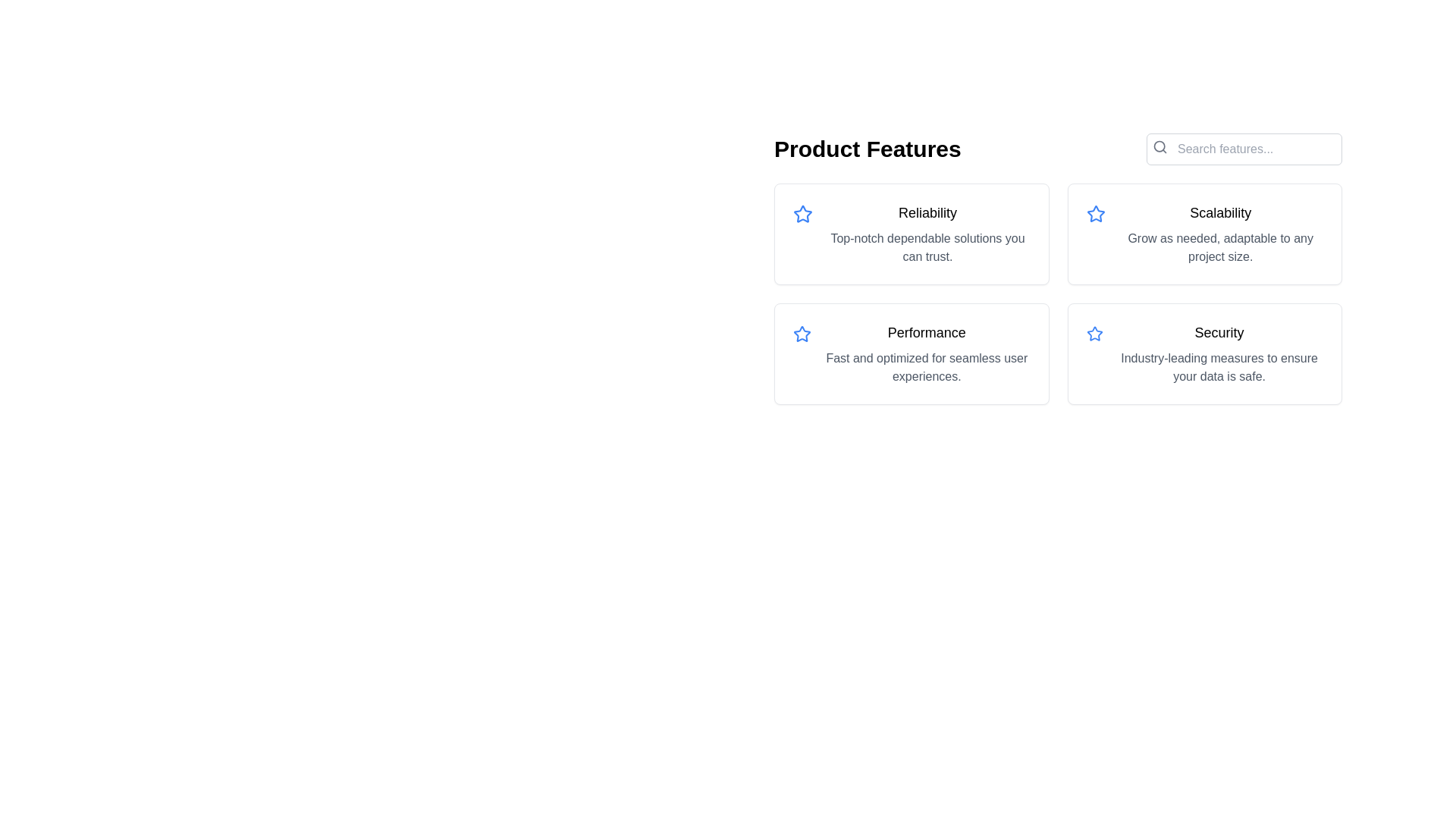 This screenshot has width=1456, height=819. What do you see at coordinates (1219, 368) in the screenshot?
I see `textual content block displaying 'Industry-leading measures to ensure your data is safe.' located beneath the title 'Security' in the bottom-right quadrant of the feature boxes` at bounding box center [1219, 368].